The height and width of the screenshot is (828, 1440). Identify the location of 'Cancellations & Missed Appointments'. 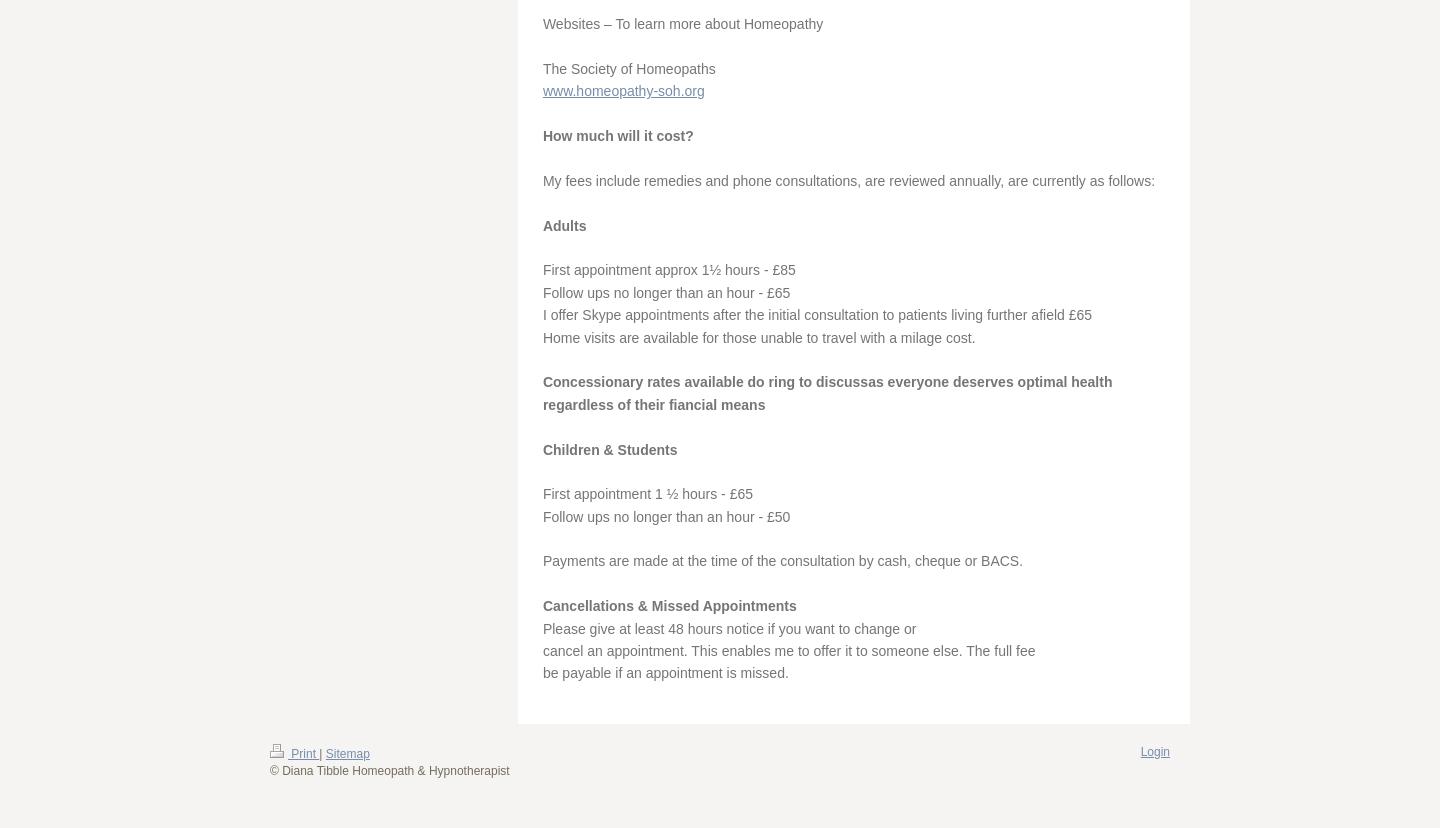
(669, 605).